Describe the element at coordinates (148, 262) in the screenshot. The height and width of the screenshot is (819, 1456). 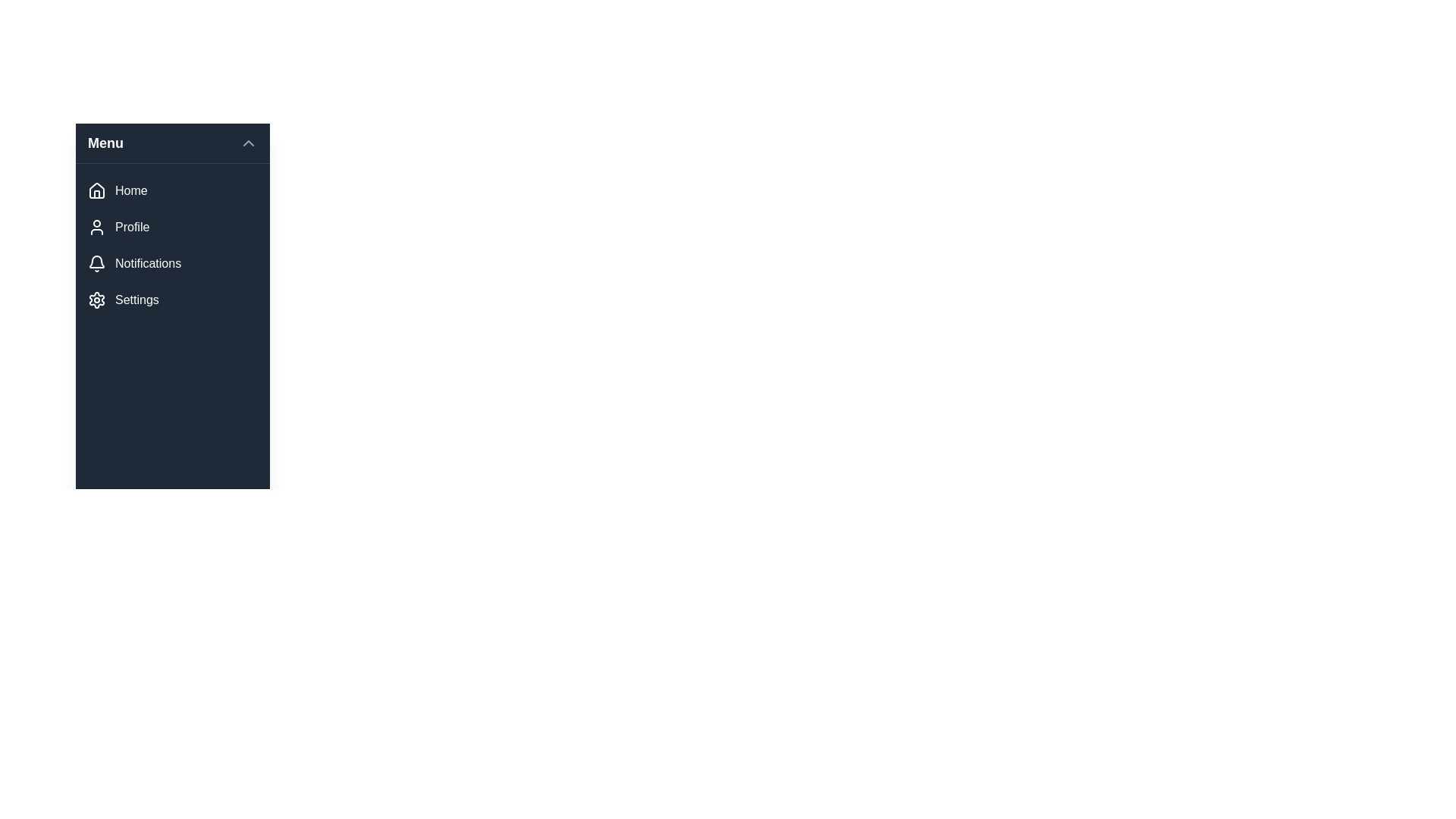
I see `the notifications menu option, which is the third item in the vertical list located on the left side of the interface, positioned to the right of the bell icon and above the 'Settings' menu item` at that location.